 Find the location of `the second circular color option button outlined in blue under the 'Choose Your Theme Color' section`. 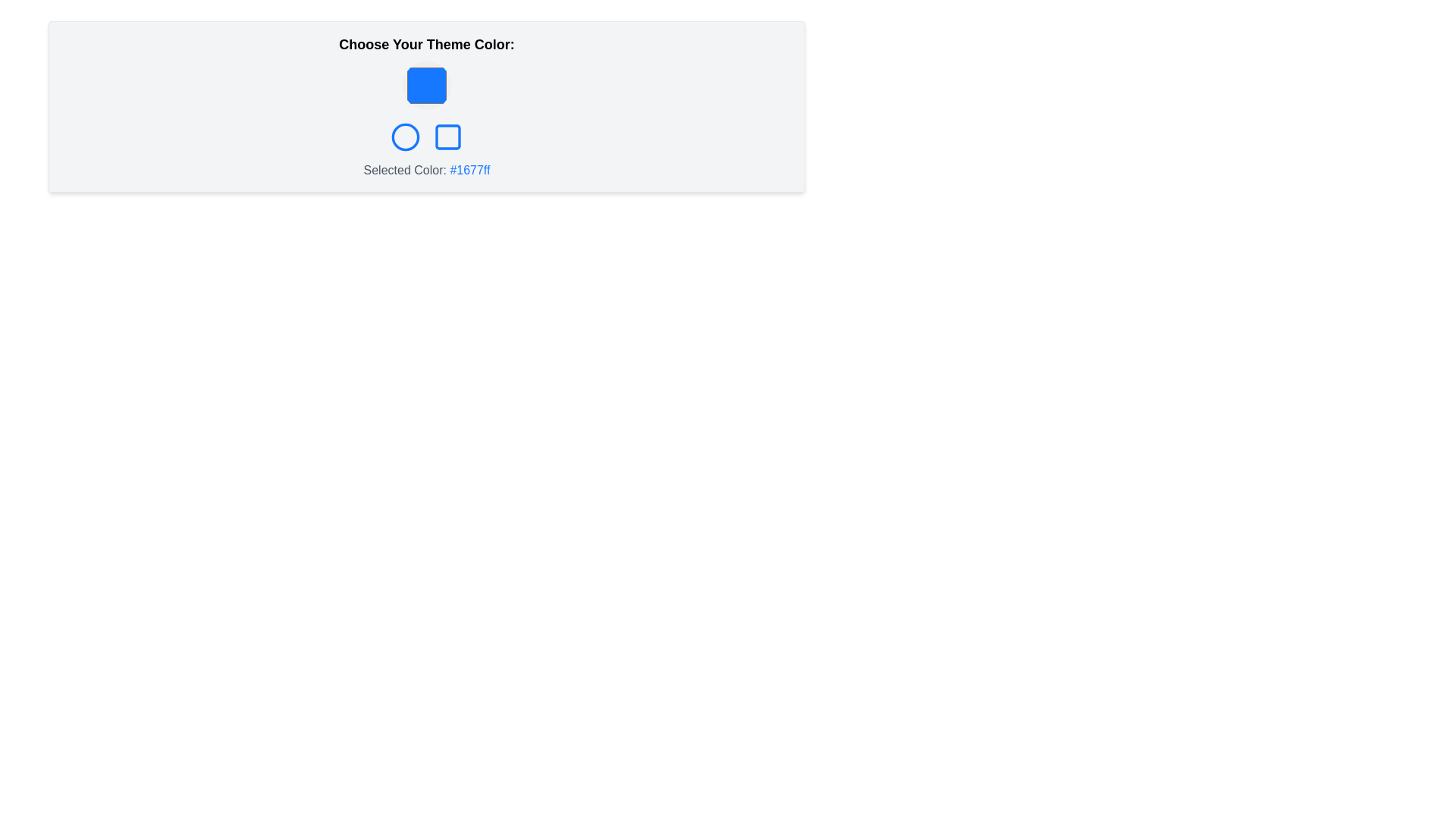

the second circular color option button outlined in blue under the 'Choose Your Theme Color' section is located at coordinates (405, 137).